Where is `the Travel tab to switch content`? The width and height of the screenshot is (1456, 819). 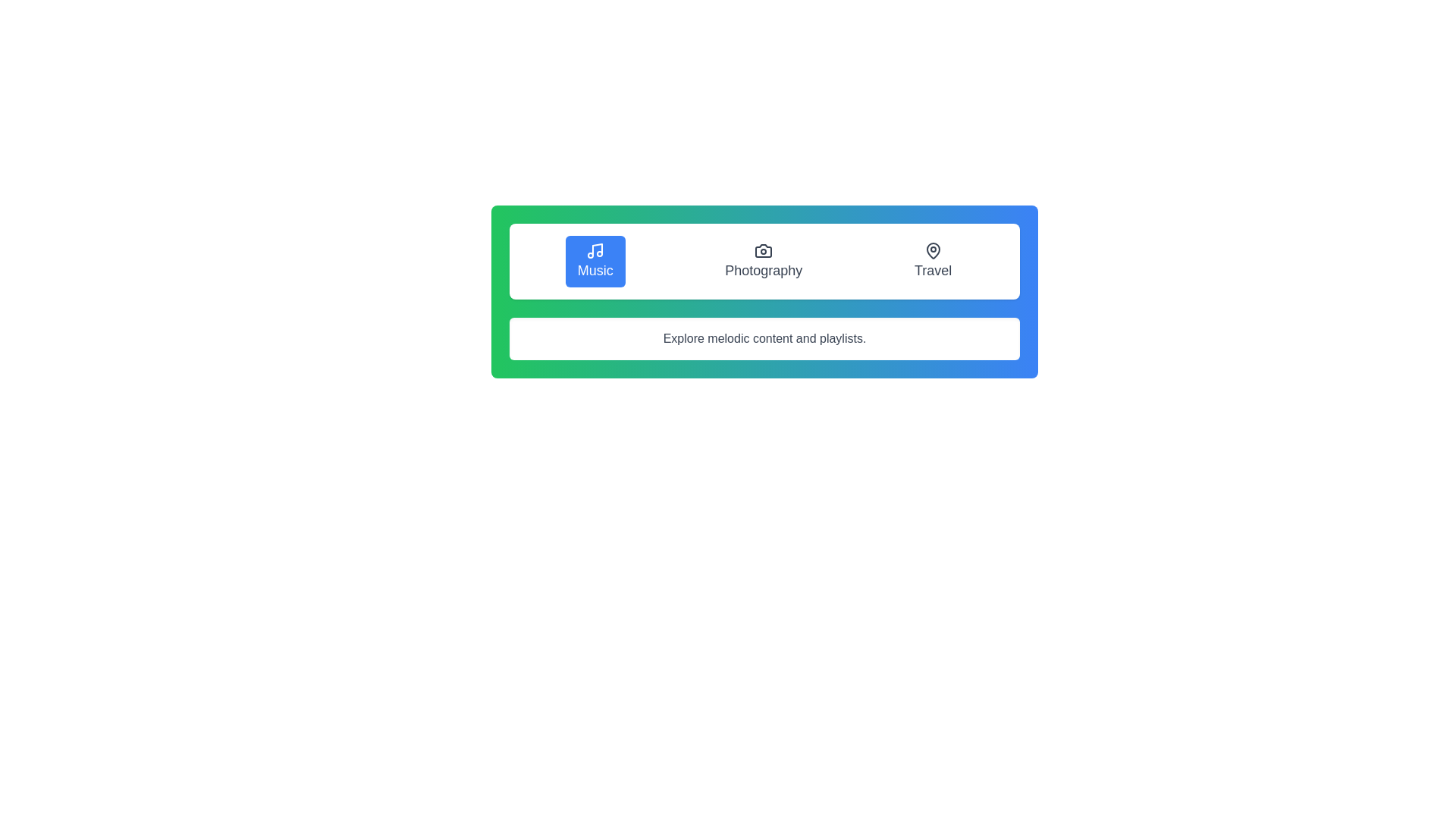 the Travel tab to switch content is located at coordinates (931, 260).